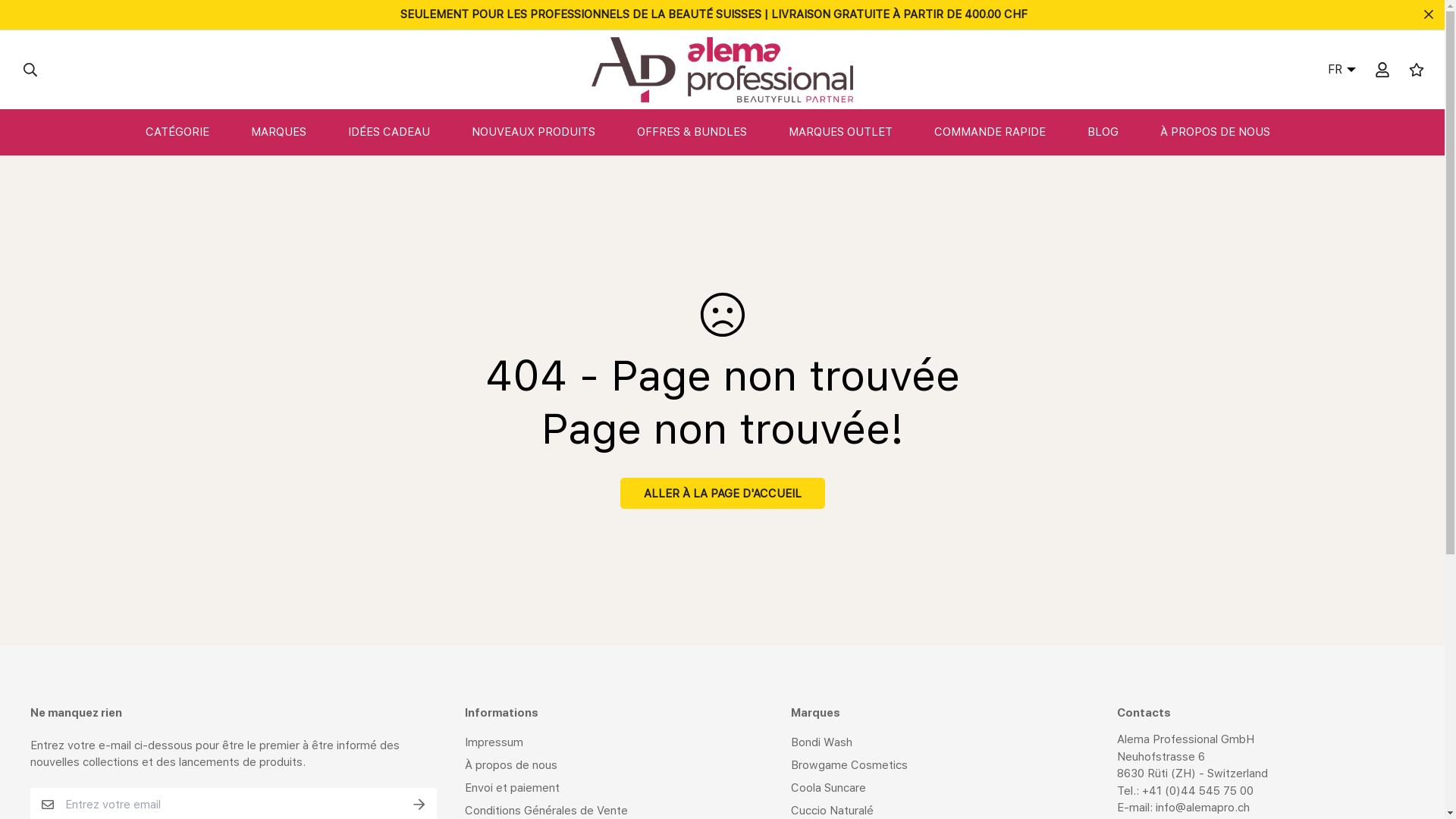  I want to click on 'MARQUES OUTLET', so click(855, 131).